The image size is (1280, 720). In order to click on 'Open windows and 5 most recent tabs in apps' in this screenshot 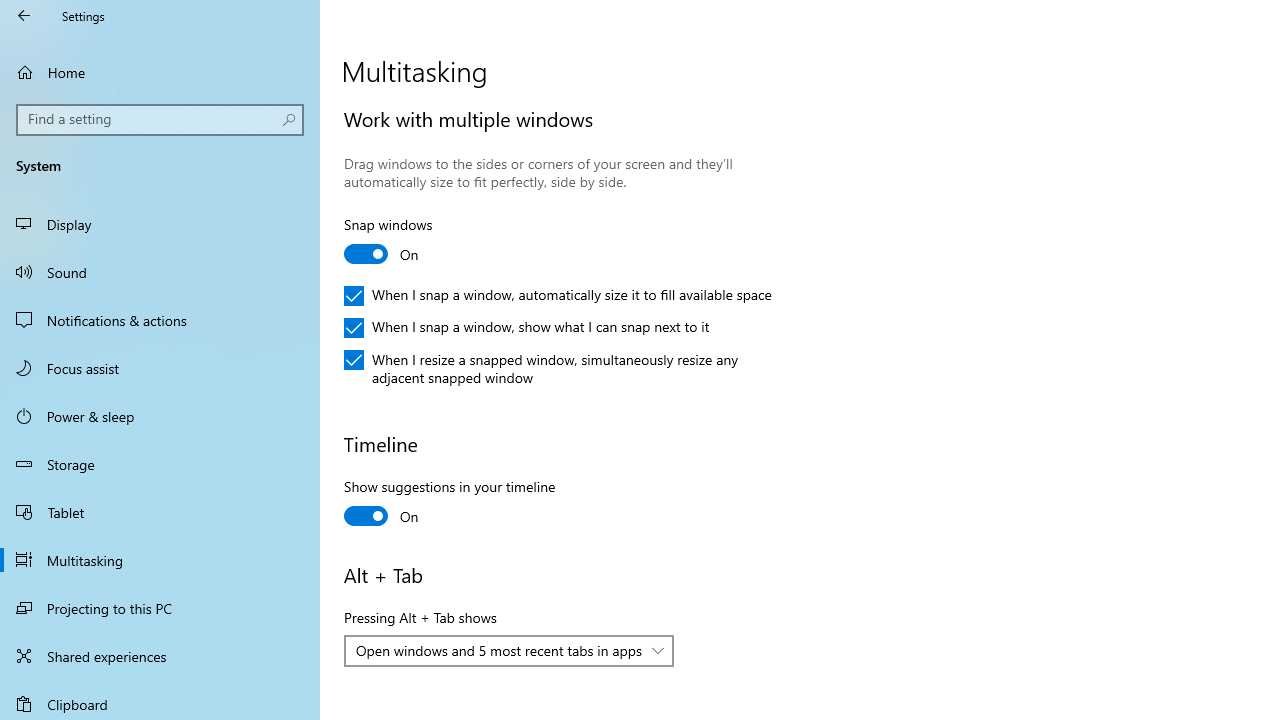, I will do `click(499, 650)`.